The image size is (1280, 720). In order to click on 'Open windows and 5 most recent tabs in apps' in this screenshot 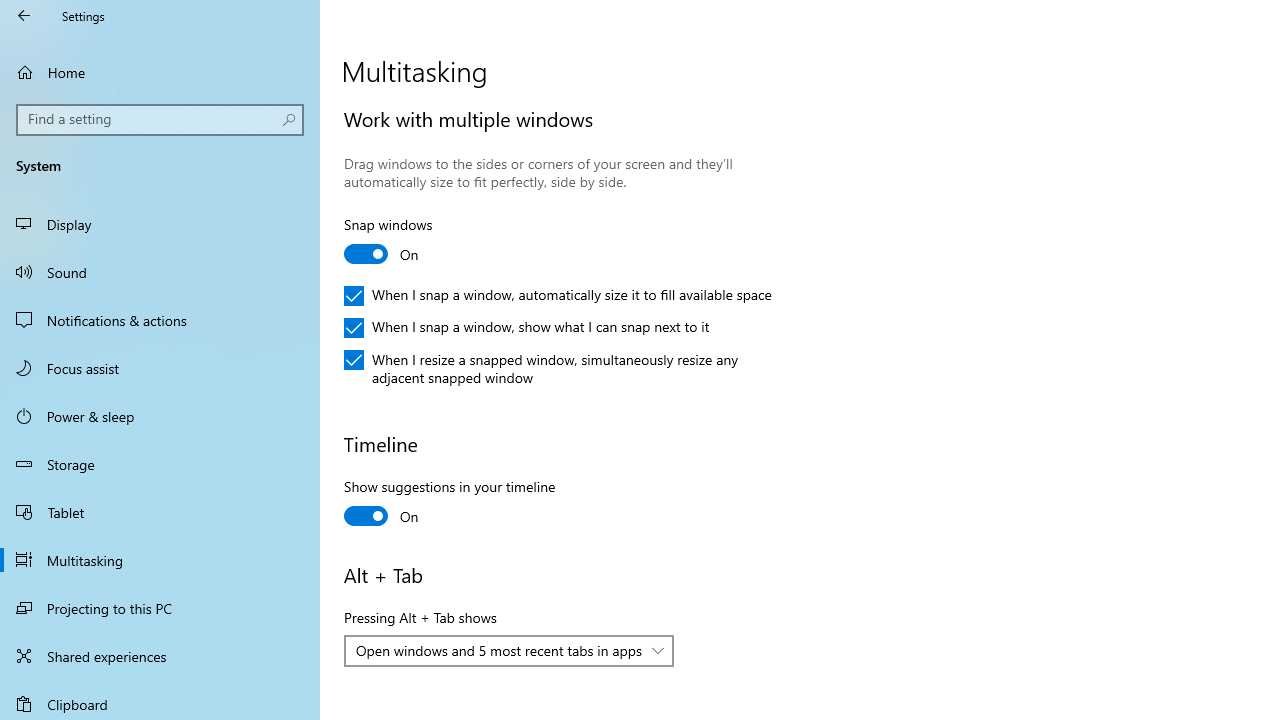, I will do `click(499, 650)`.